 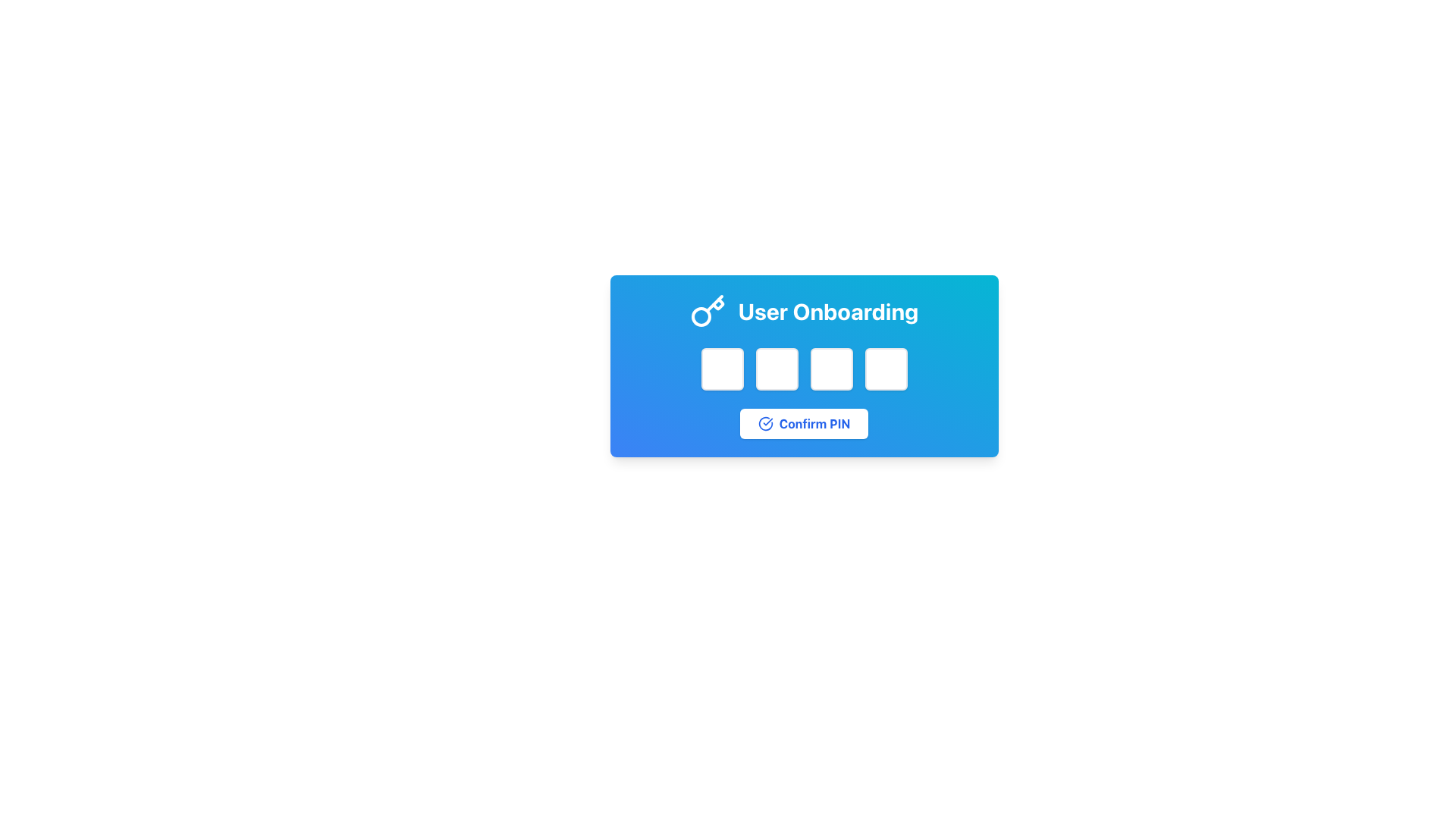 What do you see at coordinates (765, 424) in the screenshot?
I see `the circular icon with a checkmark, which is located to the left of the 'Confirm PIN' text within a blue button` at bounding box center [765, 424].